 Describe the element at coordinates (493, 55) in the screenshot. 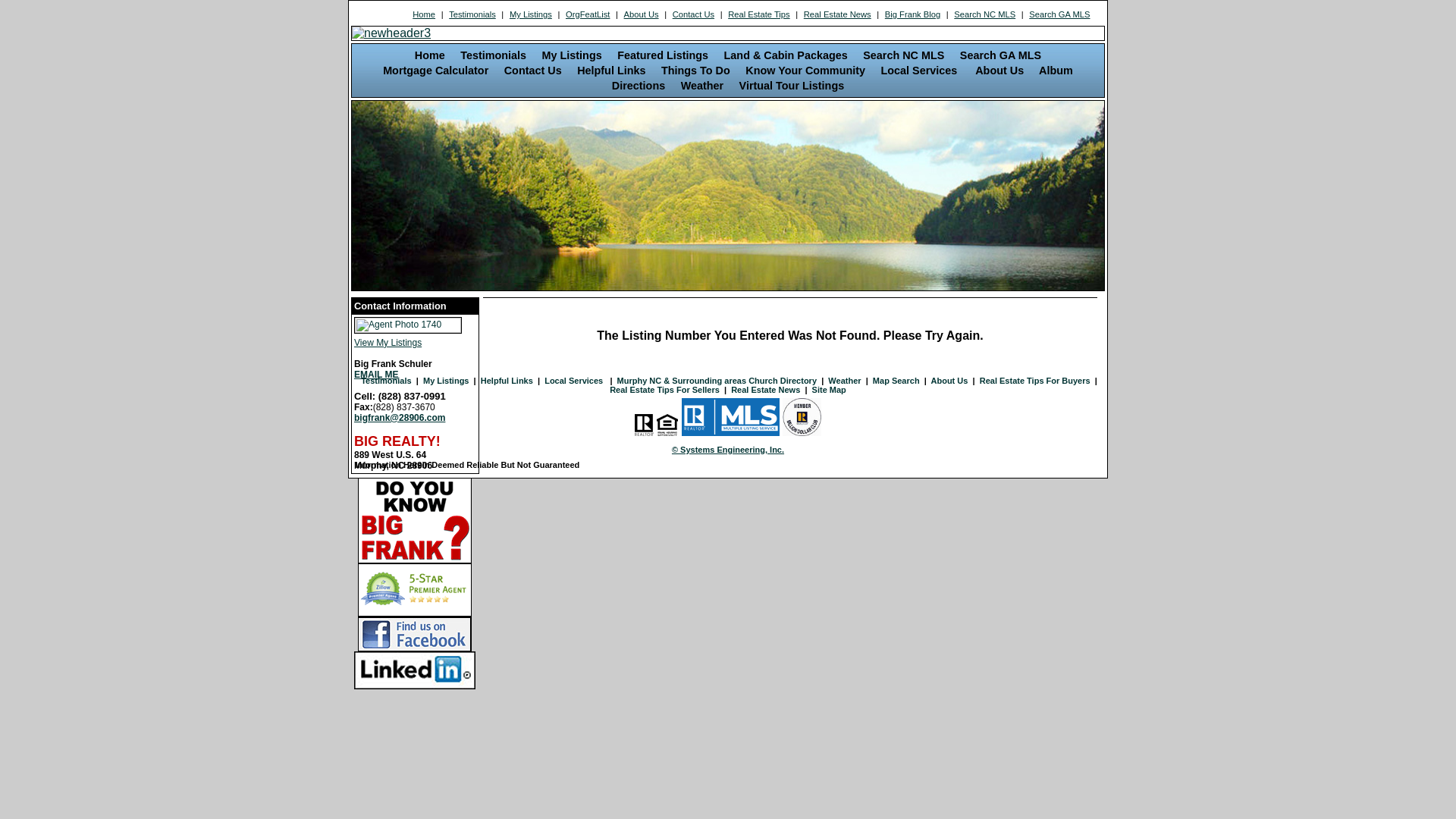

I see `'Testimonials'` at that location.